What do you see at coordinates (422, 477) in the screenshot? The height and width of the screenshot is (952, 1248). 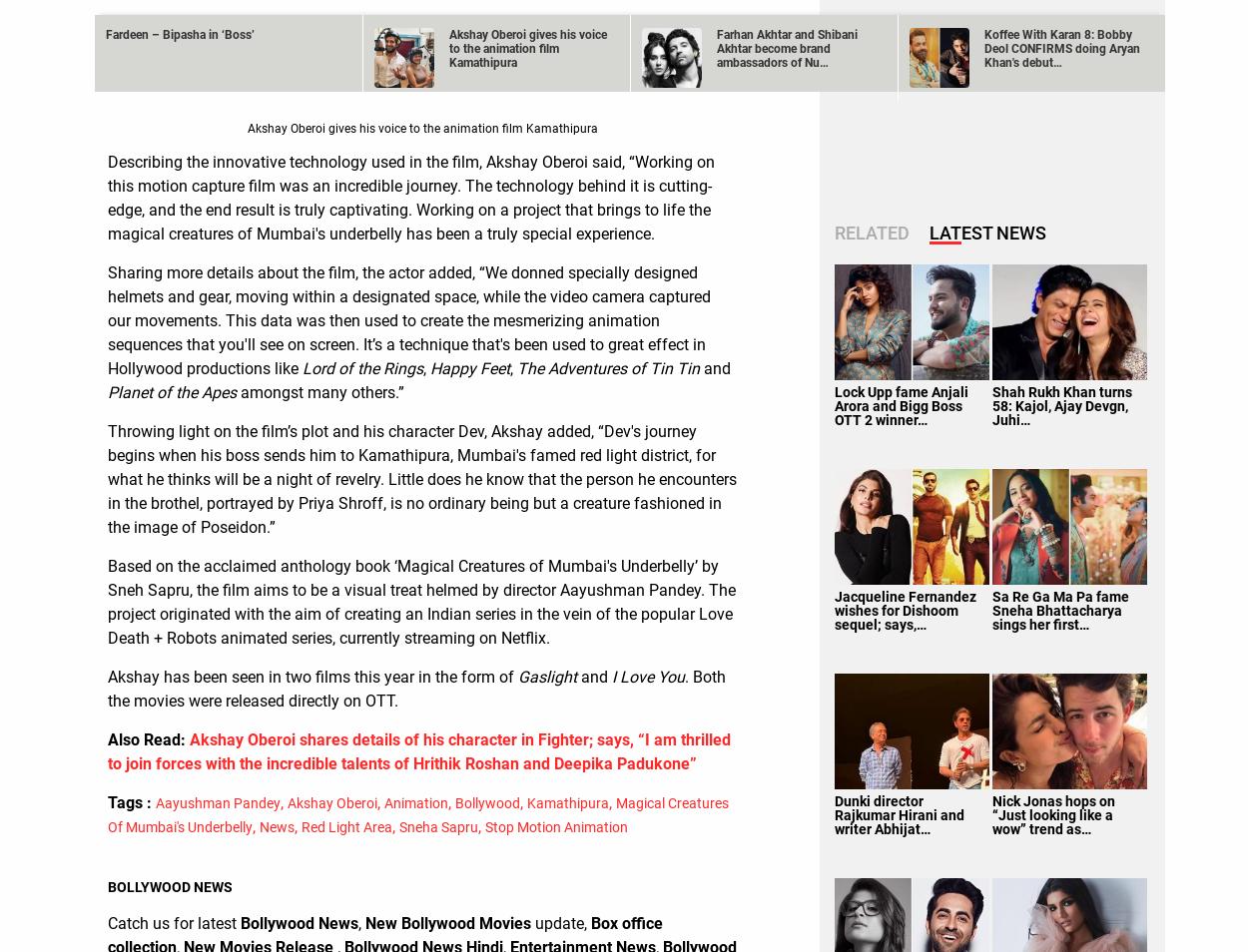 I see `'Throwing light on the film’s plot and his character Dev, Akshay added, “Dev's journey begins when his boss sends him to Kamathipura, Mumbai's famed red light district, for what he thinks will be a night of revelry. Little does he know that the person he encounters in the brothel, portrayed by Priya Shroff, is no ordinary being but a creature fashioned in the image of Poseidon.”'` at bounding box center [422, 477].